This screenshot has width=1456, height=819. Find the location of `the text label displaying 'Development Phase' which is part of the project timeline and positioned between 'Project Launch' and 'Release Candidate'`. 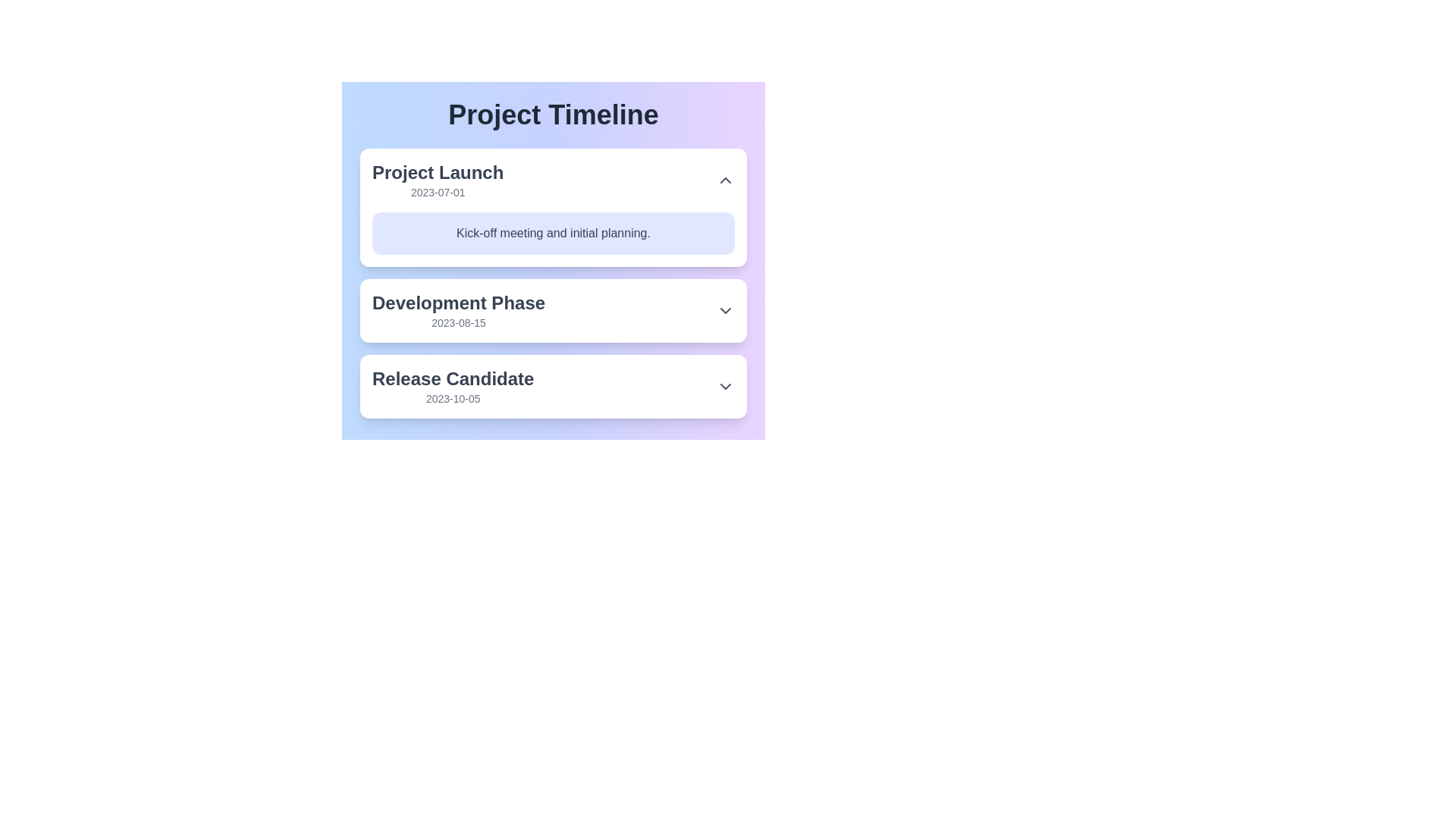

the text label displaying 'Development Phase' which is part of the project timeline and positioned between 'Project Launch' and 'Release Candidate' is located at coordinates (457, 303).